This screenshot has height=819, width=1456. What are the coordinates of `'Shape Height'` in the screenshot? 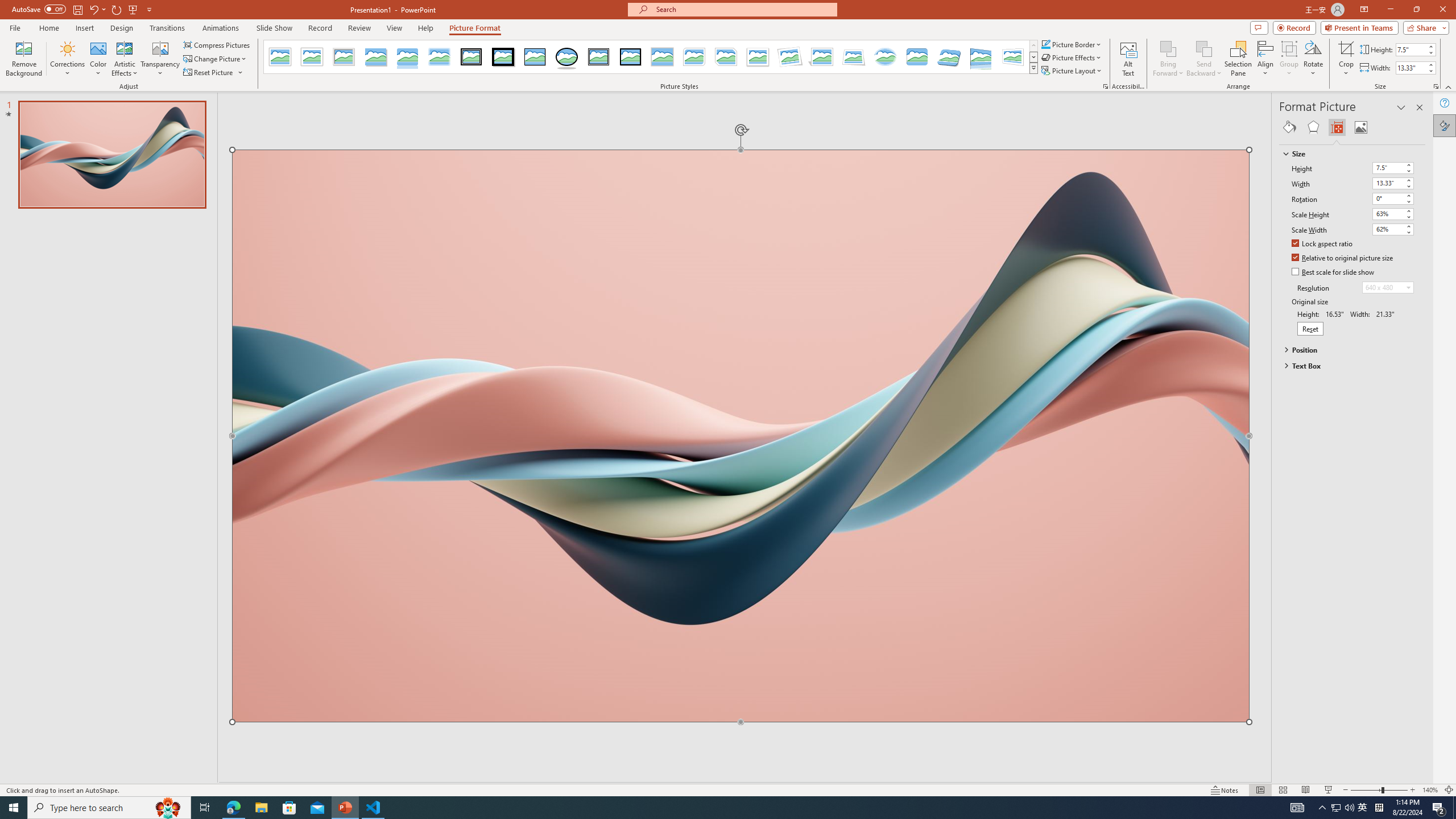 It's located at (1410, 49).